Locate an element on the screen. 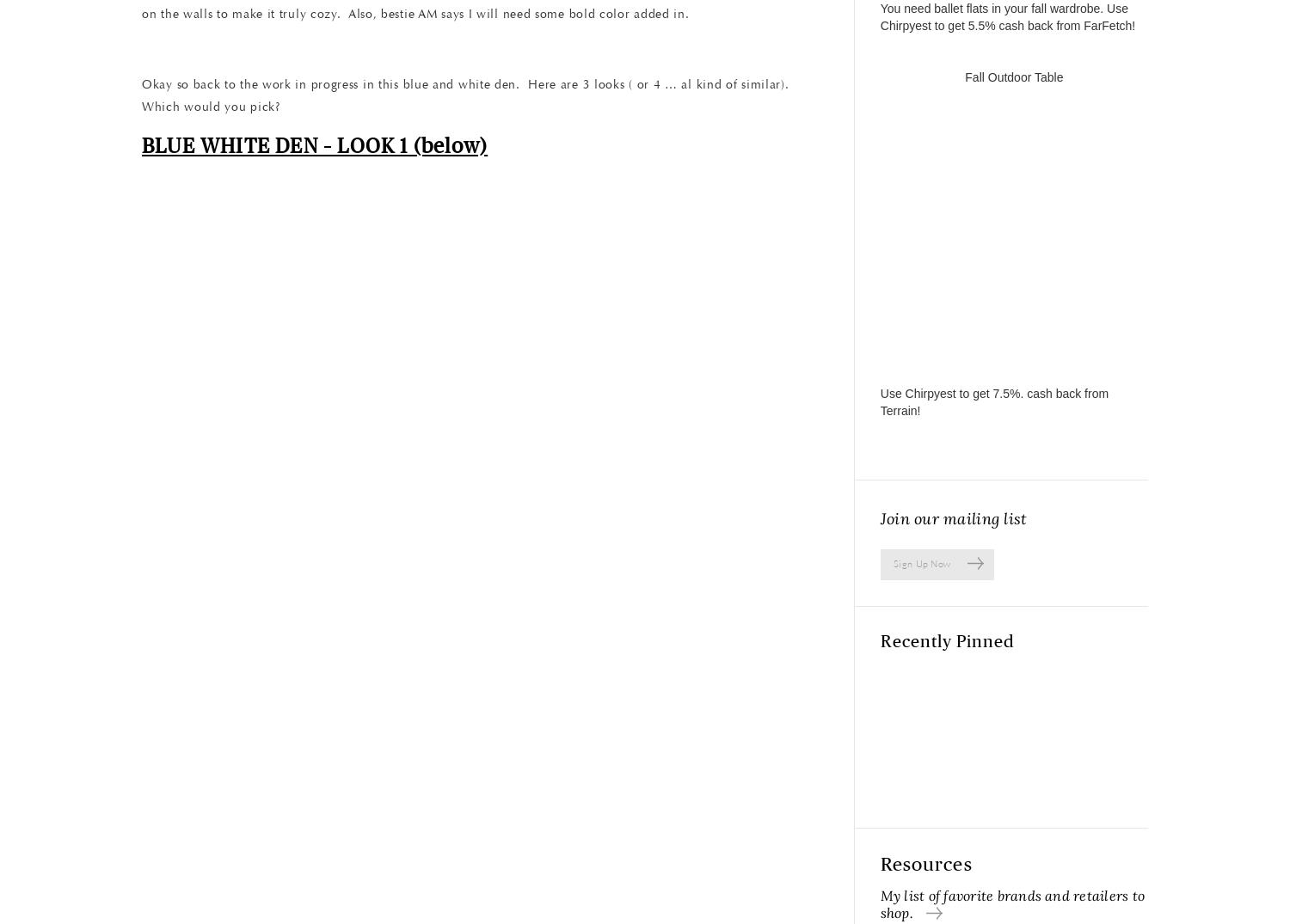 Image resolution: width=1290 pixels, height=924 pixels. 'Recently Pinned' is located at coordinates (946, 641).